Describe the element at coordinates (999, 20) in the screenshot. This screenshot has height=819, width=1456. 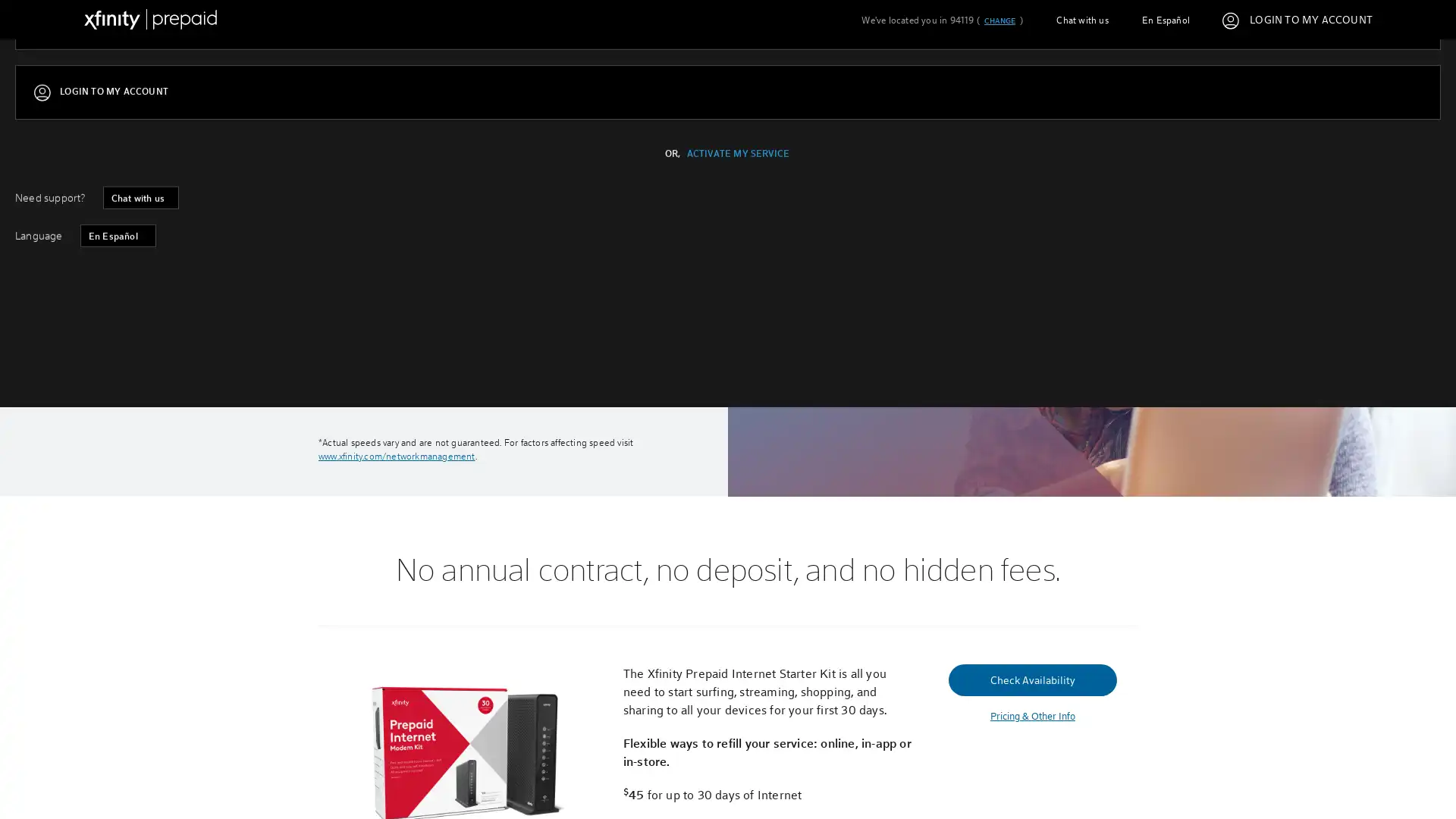
I see `CHANGE` at that location.